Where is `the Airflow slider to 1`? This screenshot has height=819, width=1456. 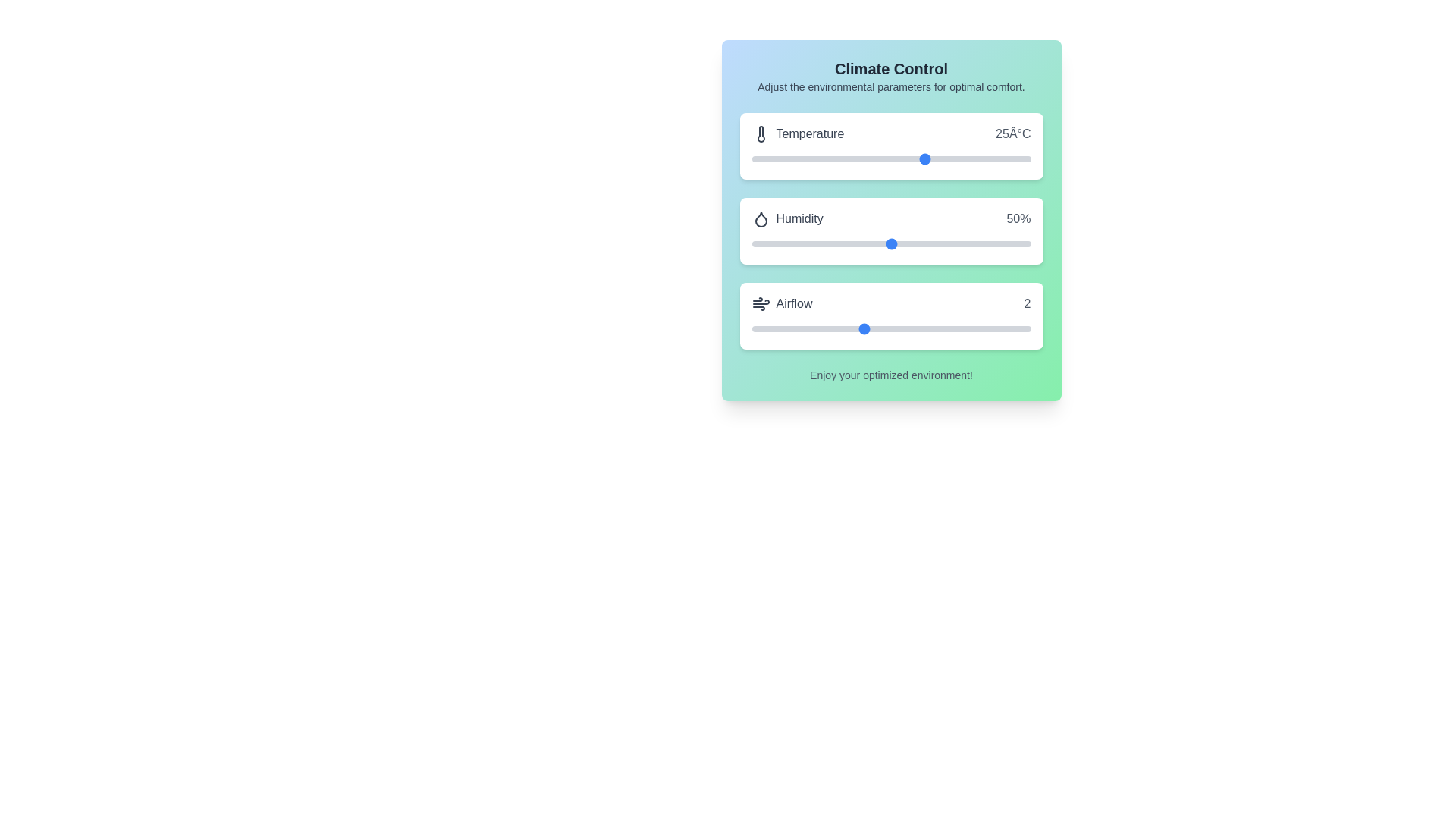 the Airflow slider to 1 is located at coordinates (807, 328).